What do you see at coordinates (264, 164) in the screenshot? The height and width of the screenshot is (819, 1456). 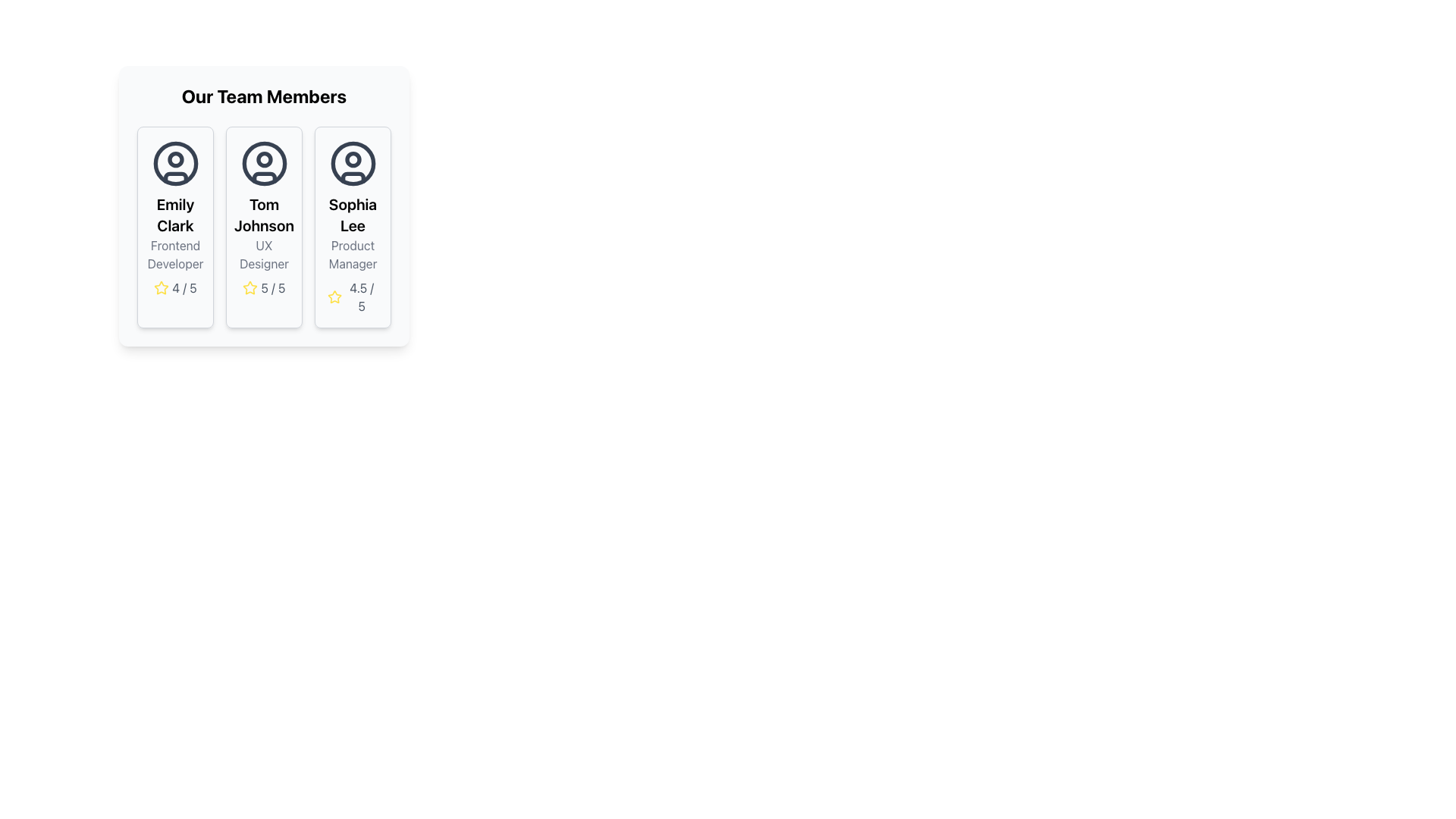 I see `the user's profile avatar icon, which is a dark gray vector illustration located above the label 'Tom Johnson' in the second card of a horizontally aligned list of three cards` at bounding box center [264, 164].